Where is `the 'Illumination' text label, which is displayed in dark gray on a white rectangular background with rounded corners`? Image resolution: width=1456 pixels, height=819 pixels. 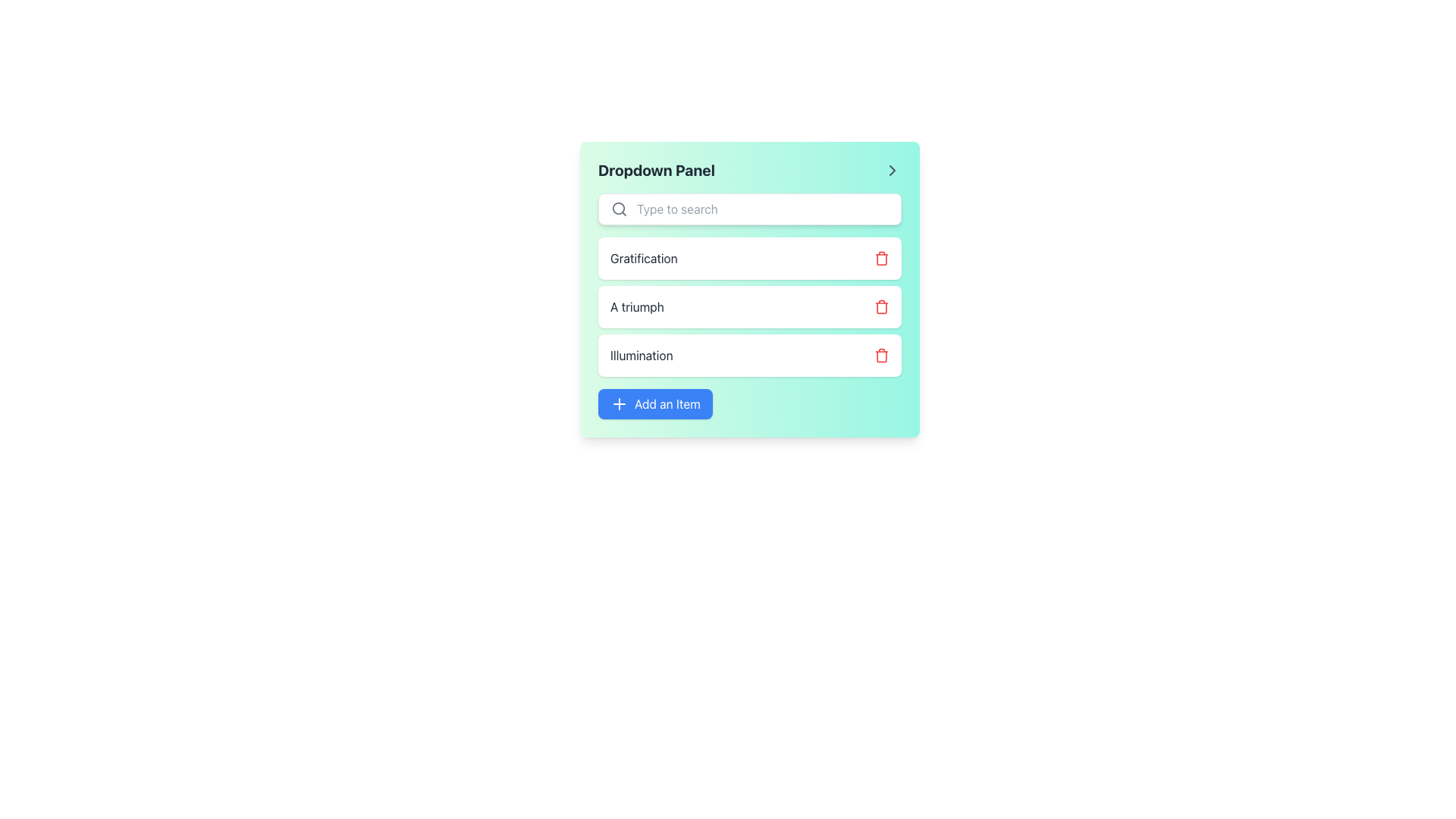 the 'Illumination' text label, which is displayed in dark gray on a white rectangular background with rounded corners is located at coordinates (642, 356).